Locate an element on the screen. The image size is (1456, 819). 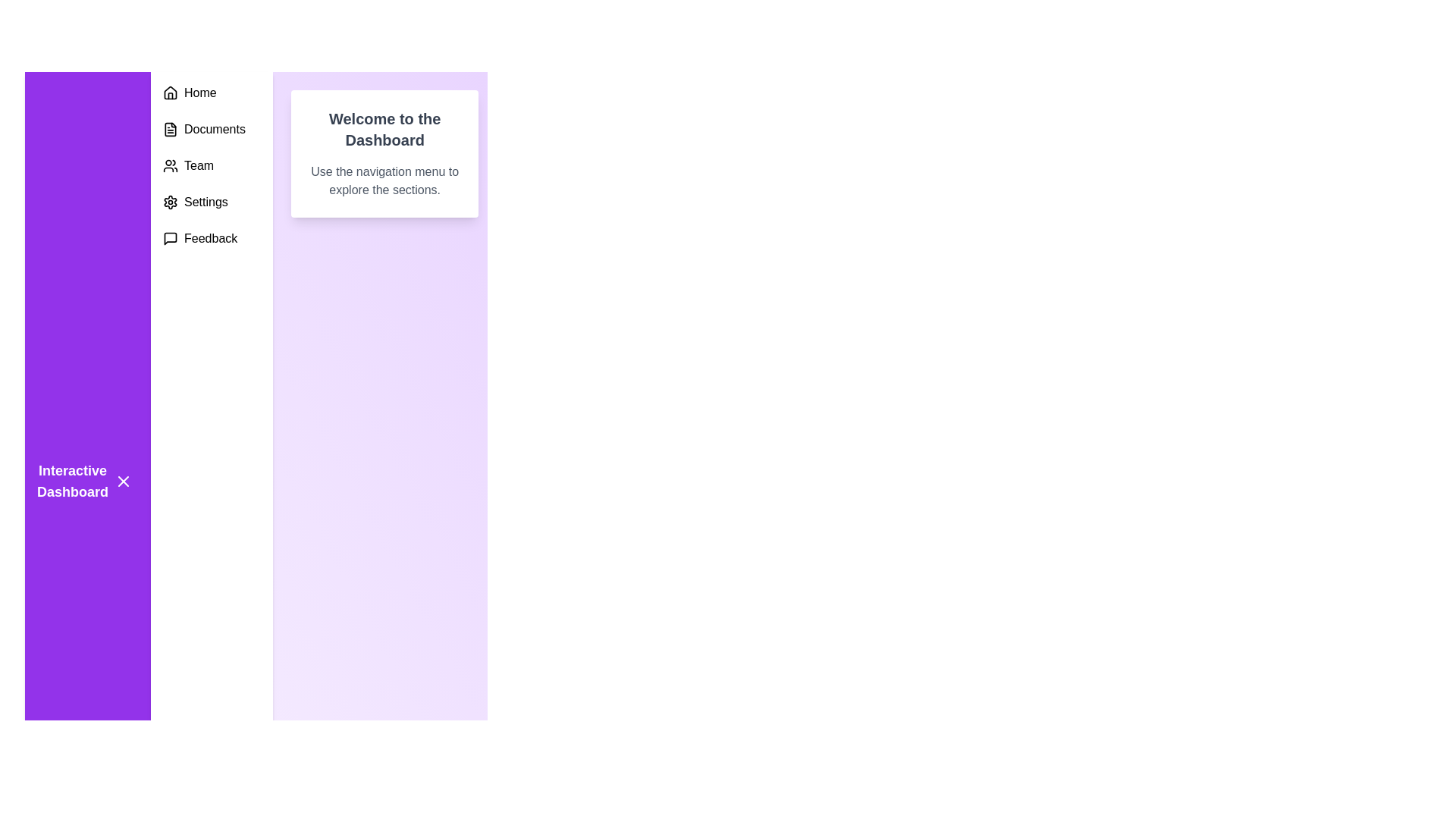
the 'Documents' navigation menu item located in the left navigation bar, positioned directly beneath 'Home' and above 'Team' is located at coordinates (211, 128).